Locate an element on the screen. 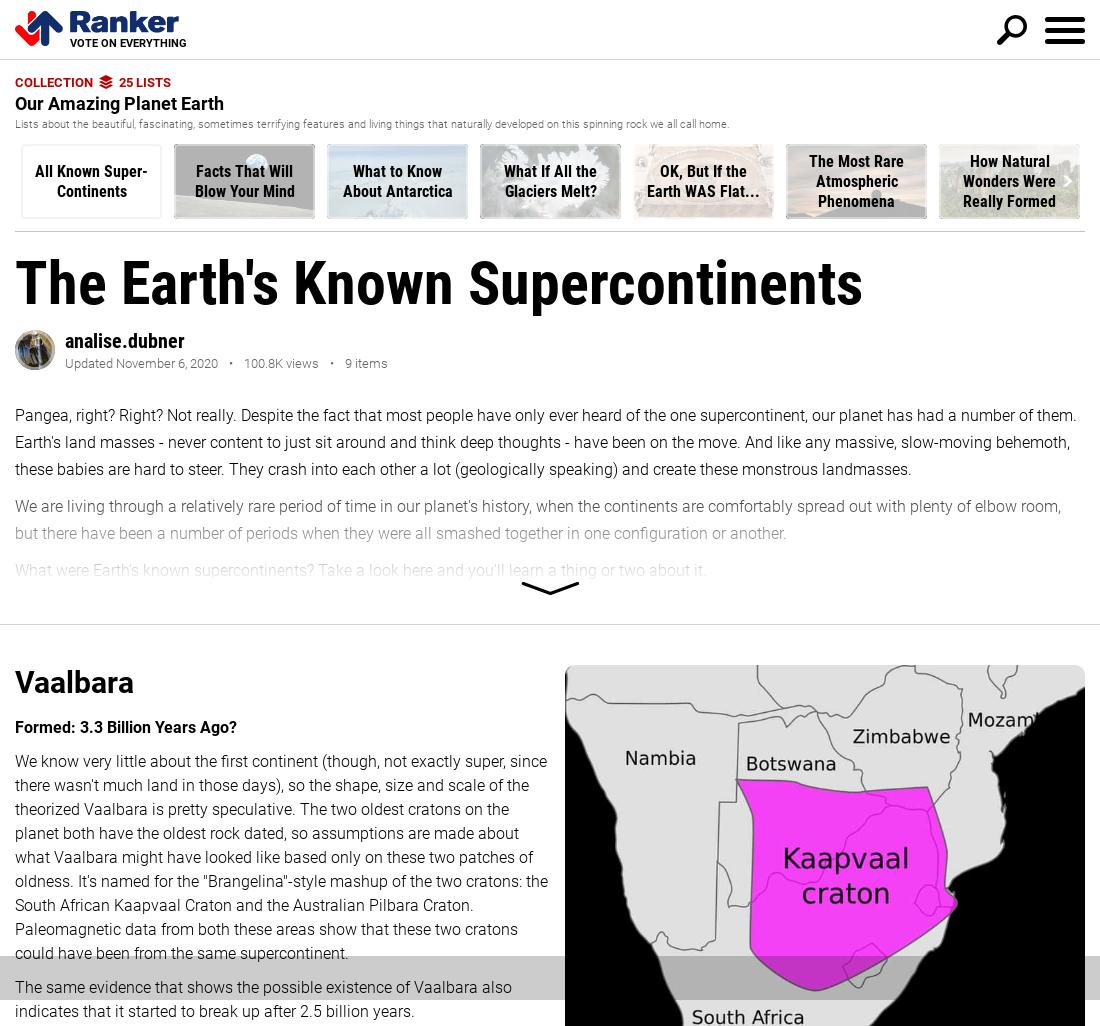 The height and width of the screenshot is (1026, 1100). '25 LISTS' is located at coordinates (143, 81).